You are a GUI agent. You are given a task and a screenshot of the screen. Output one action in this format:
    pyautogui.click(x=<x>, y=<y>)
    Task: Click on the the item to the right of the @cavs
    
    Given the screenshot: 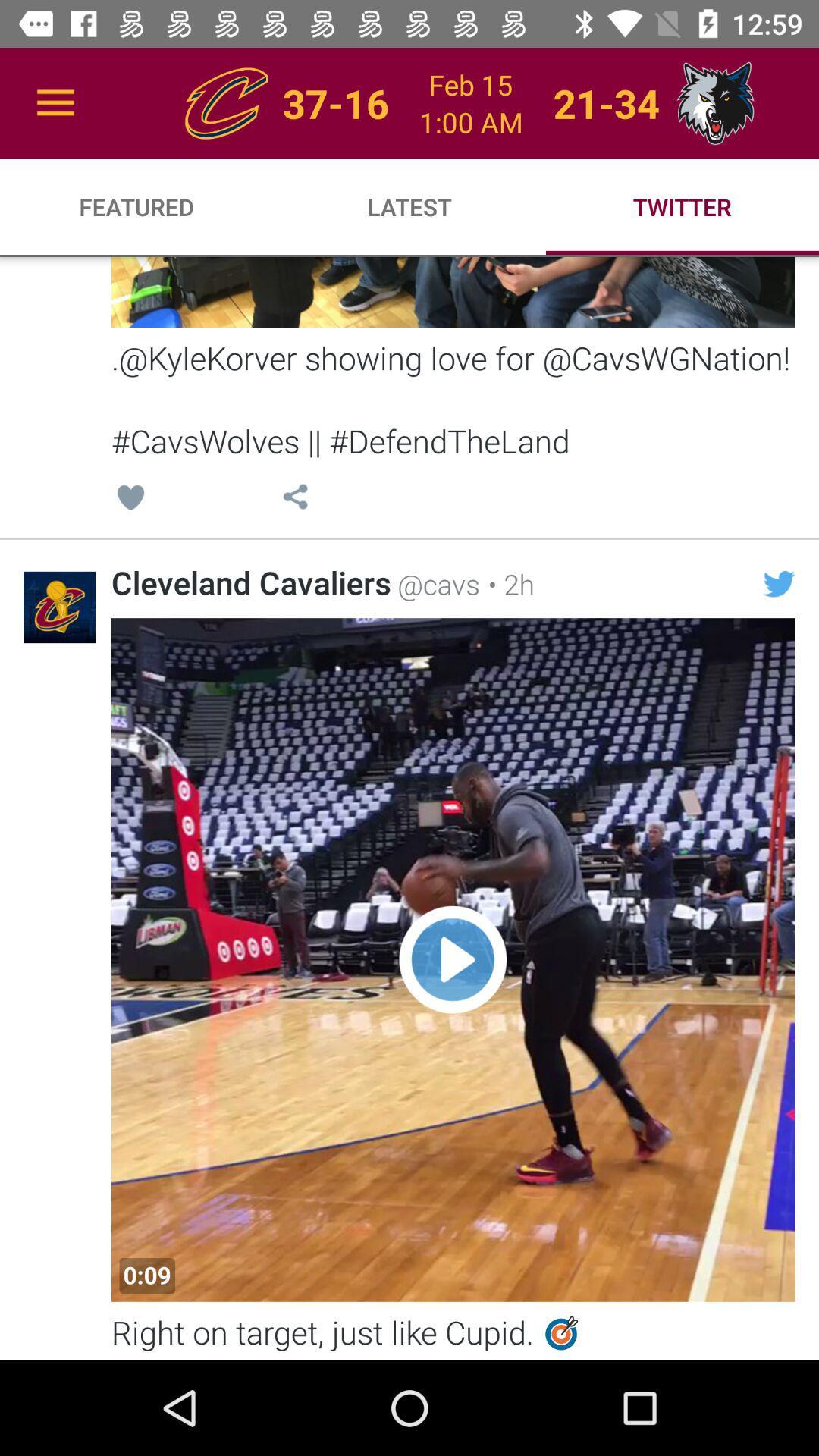 What is the action you would take?
    pyautogui.click(x=507, y=583)
    